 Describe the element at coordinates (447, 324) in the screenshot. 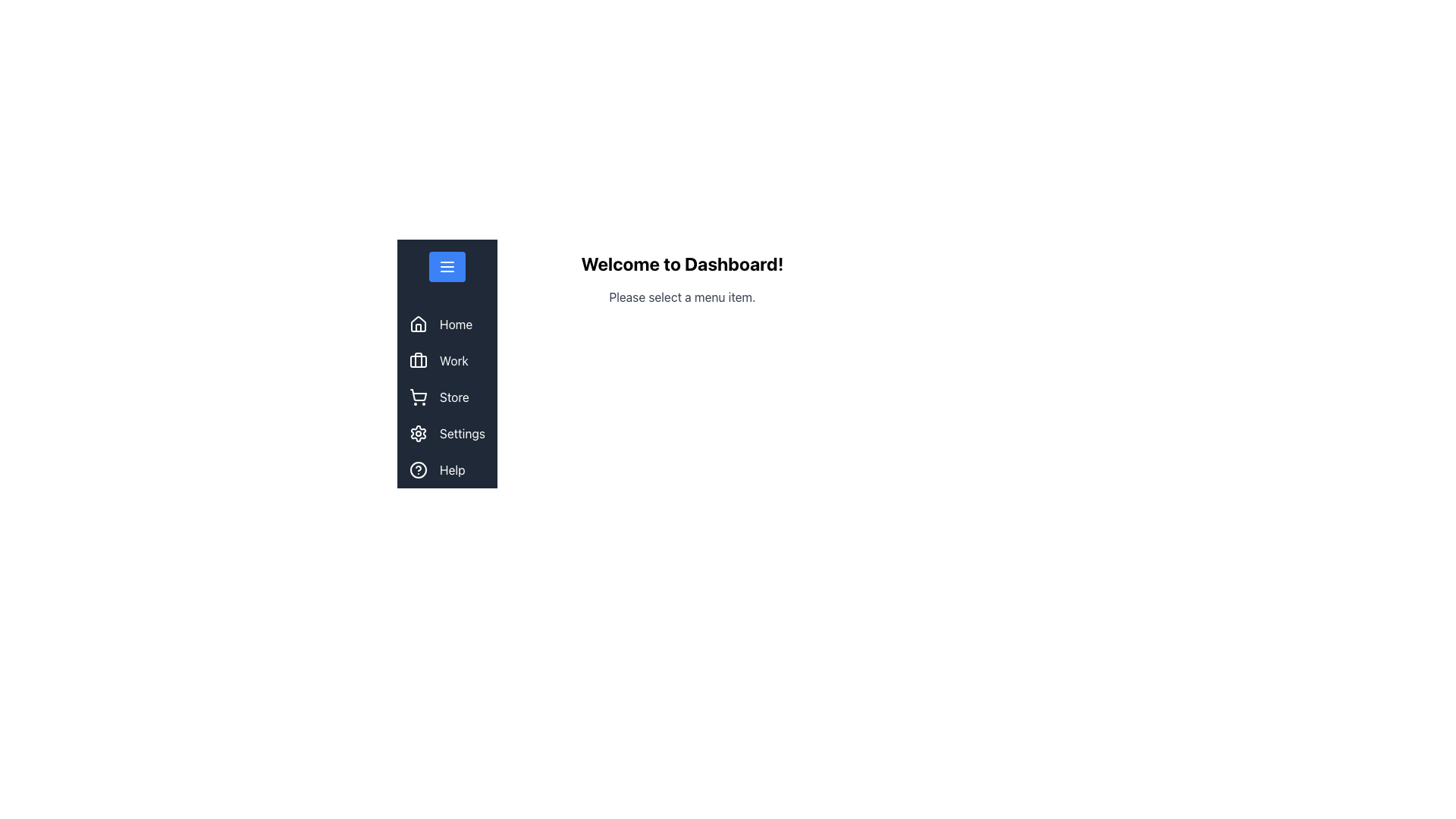

I see `the 'Home' menu item in the vertical sidebar` at that location.